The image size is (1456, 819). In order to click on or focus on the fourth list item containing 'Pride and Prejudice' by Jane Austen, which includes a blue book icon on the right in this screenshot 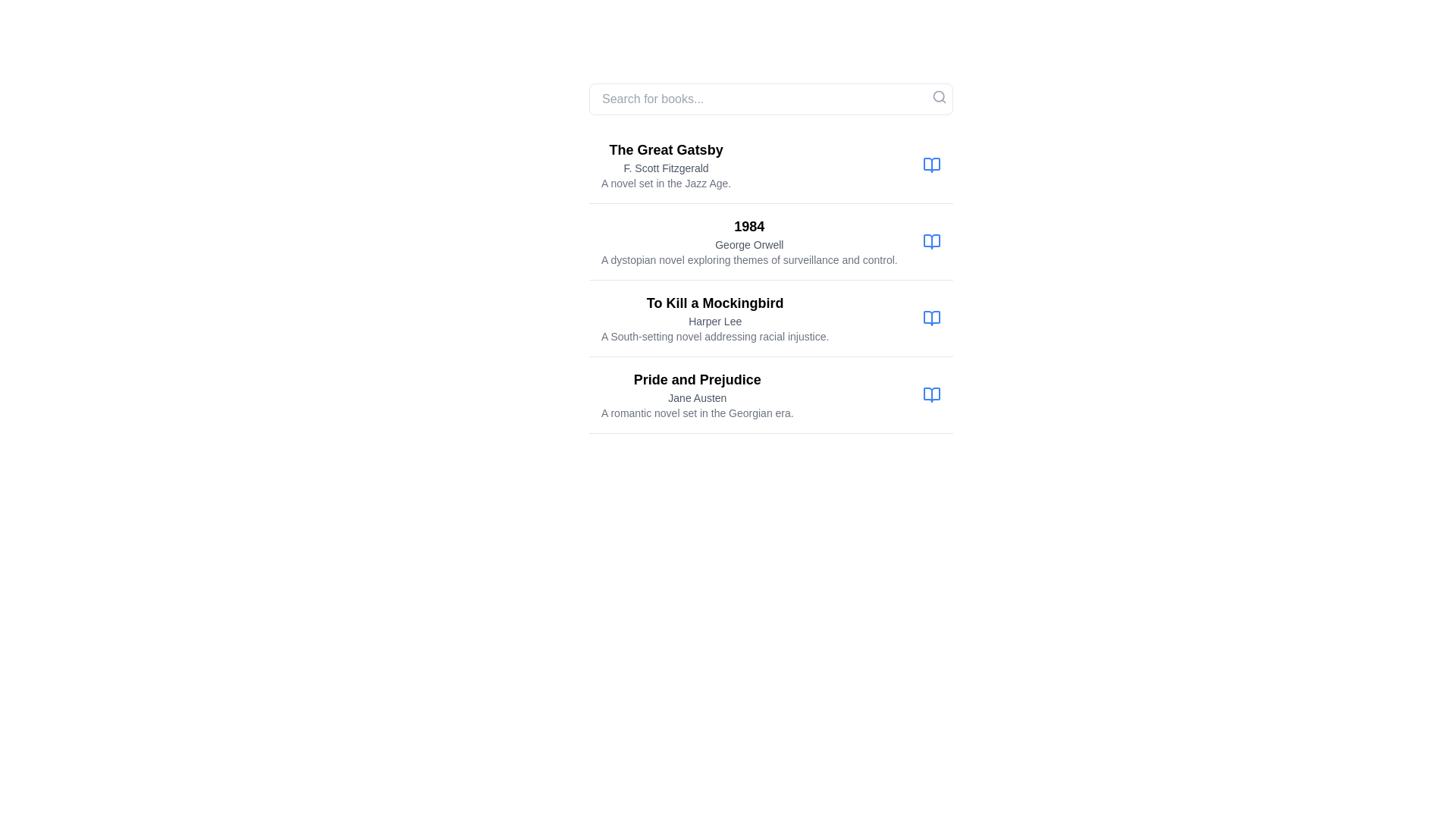, I will do `click(771, 394)`.